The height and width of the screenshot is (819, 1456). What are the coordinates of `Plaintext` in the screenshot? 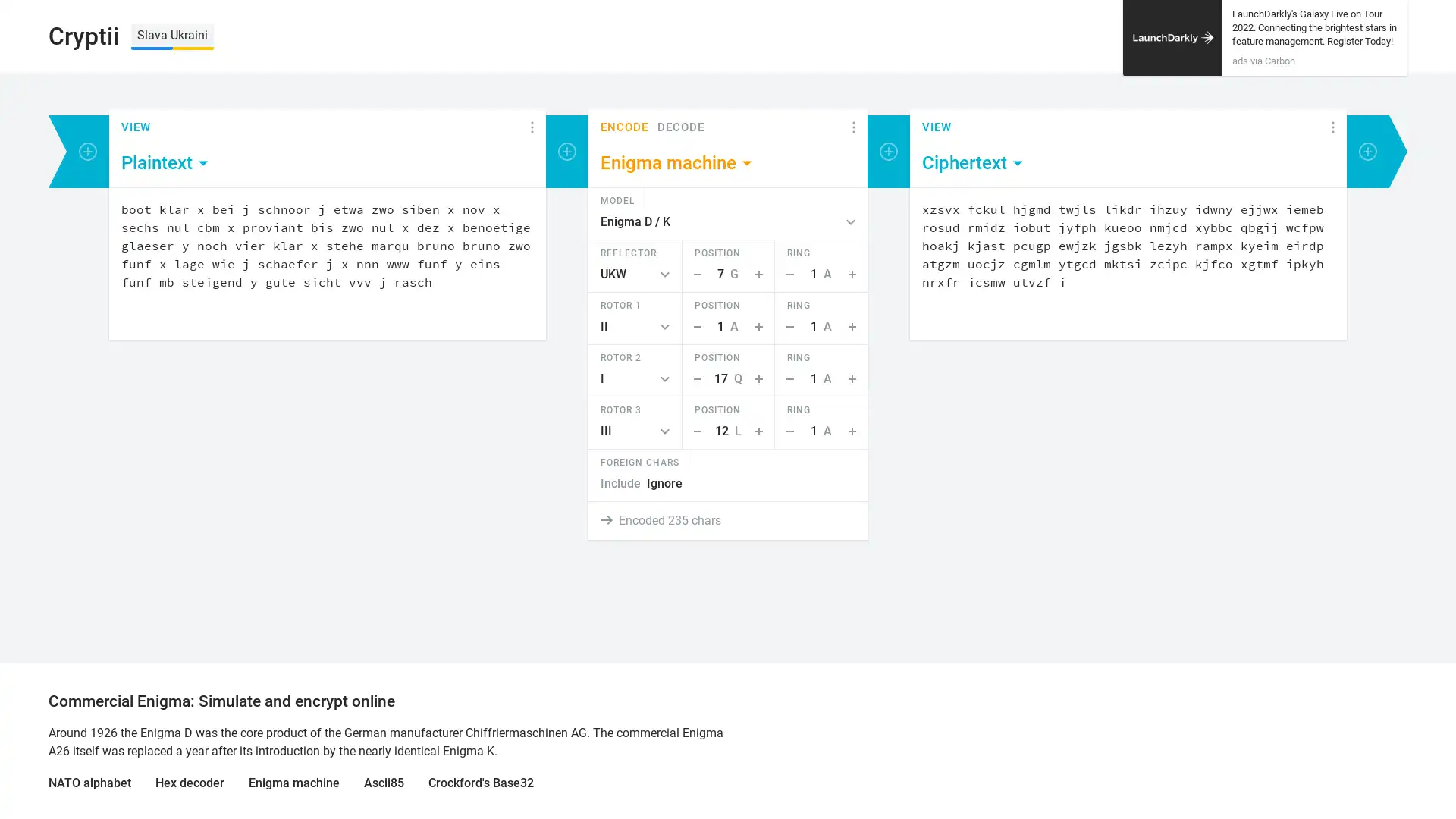 It's located at (166, 163).